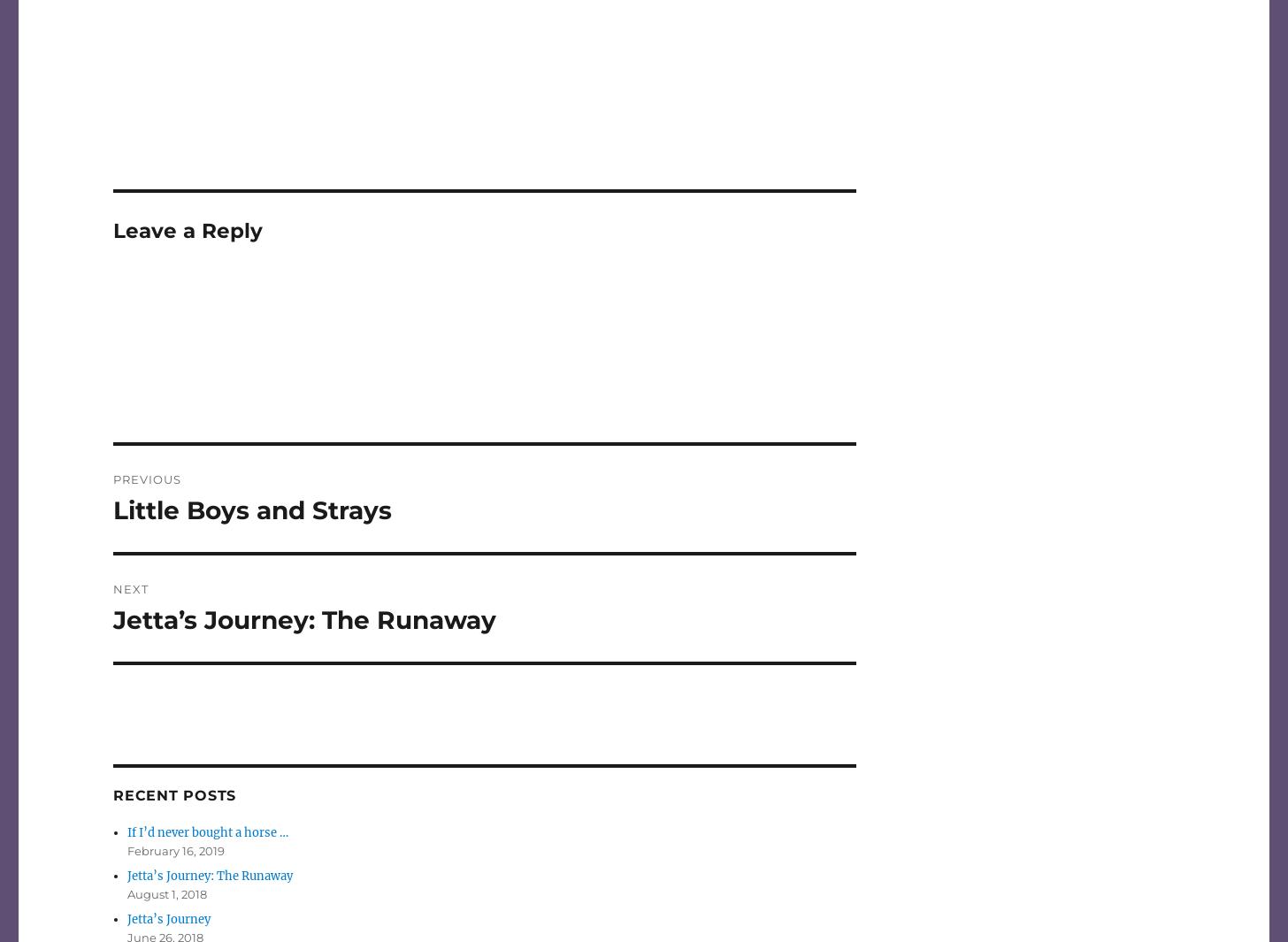  I want to click on 'February 16, 2019', so click(175, 851).